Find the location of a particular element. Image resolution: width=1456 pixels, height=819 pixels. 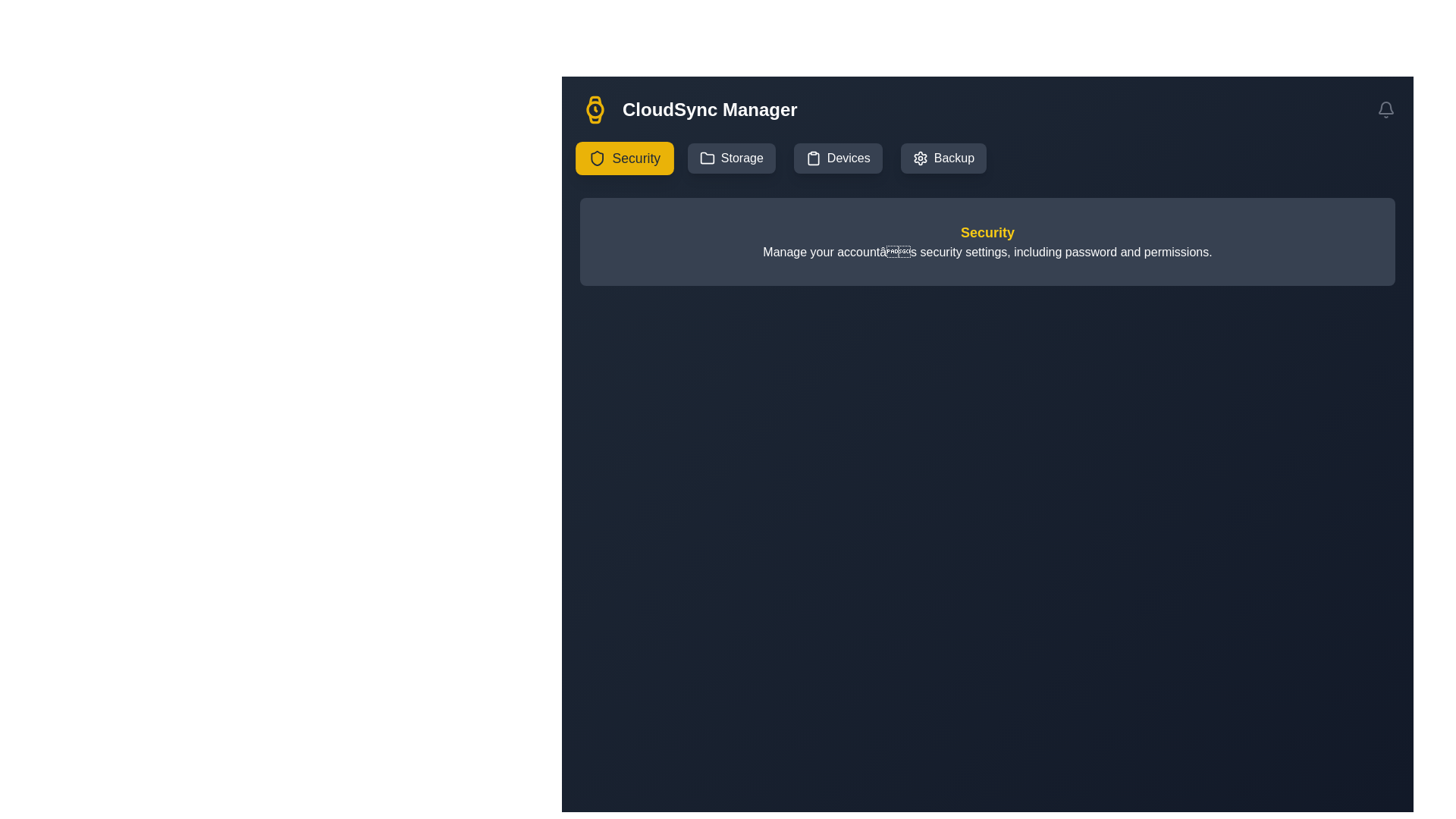

the 'Devices' button, which is the third button in a series of four buttons labeled 'Security', 'Storage', 'Devices', and 'Backup' is located at coordinates (837, 158).